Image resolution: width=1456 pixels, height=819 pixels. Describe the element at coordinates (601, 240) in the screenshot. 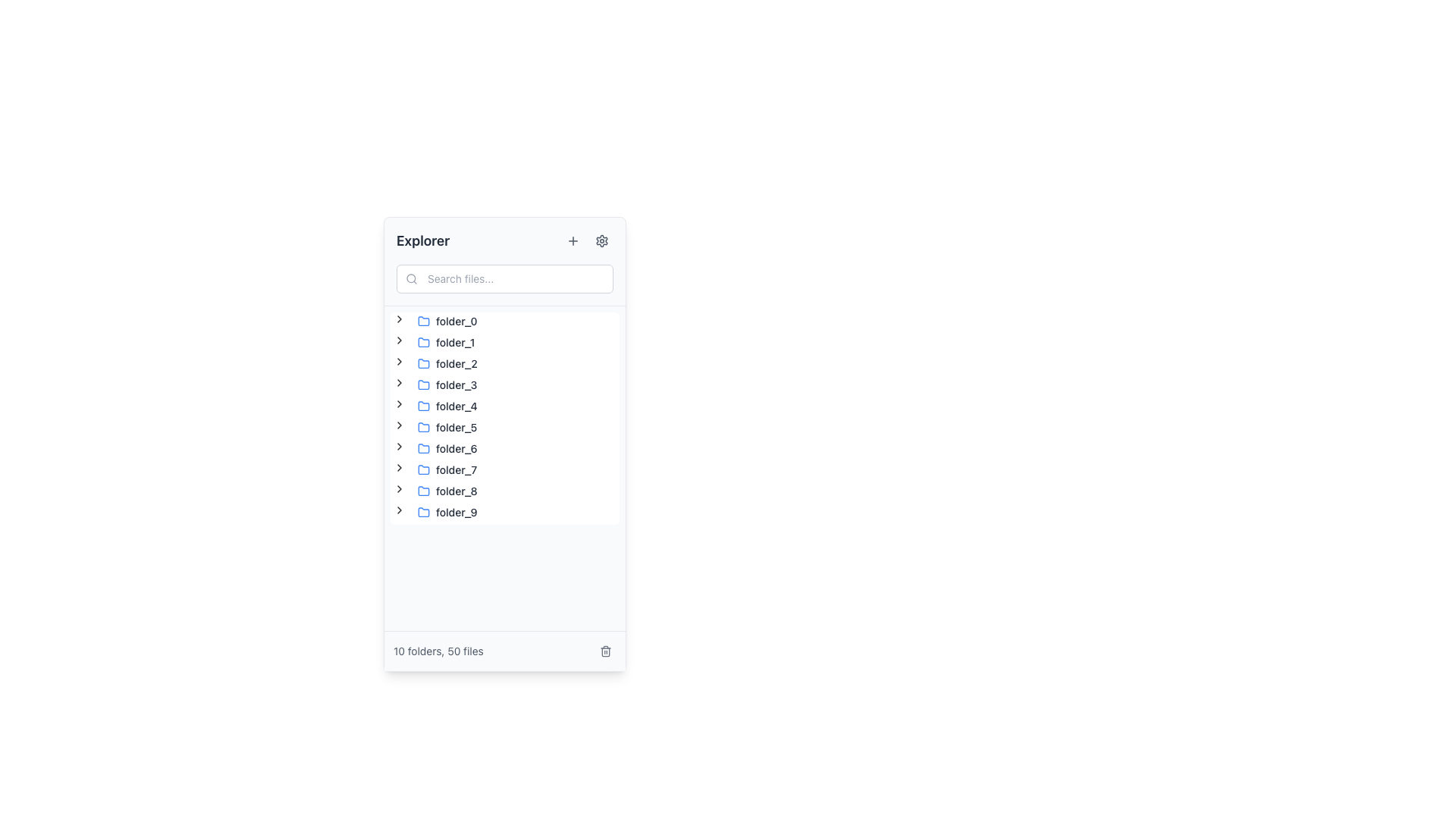

I see `the gear icon located in the top-right segment of the interface to invoke settings` at that location.